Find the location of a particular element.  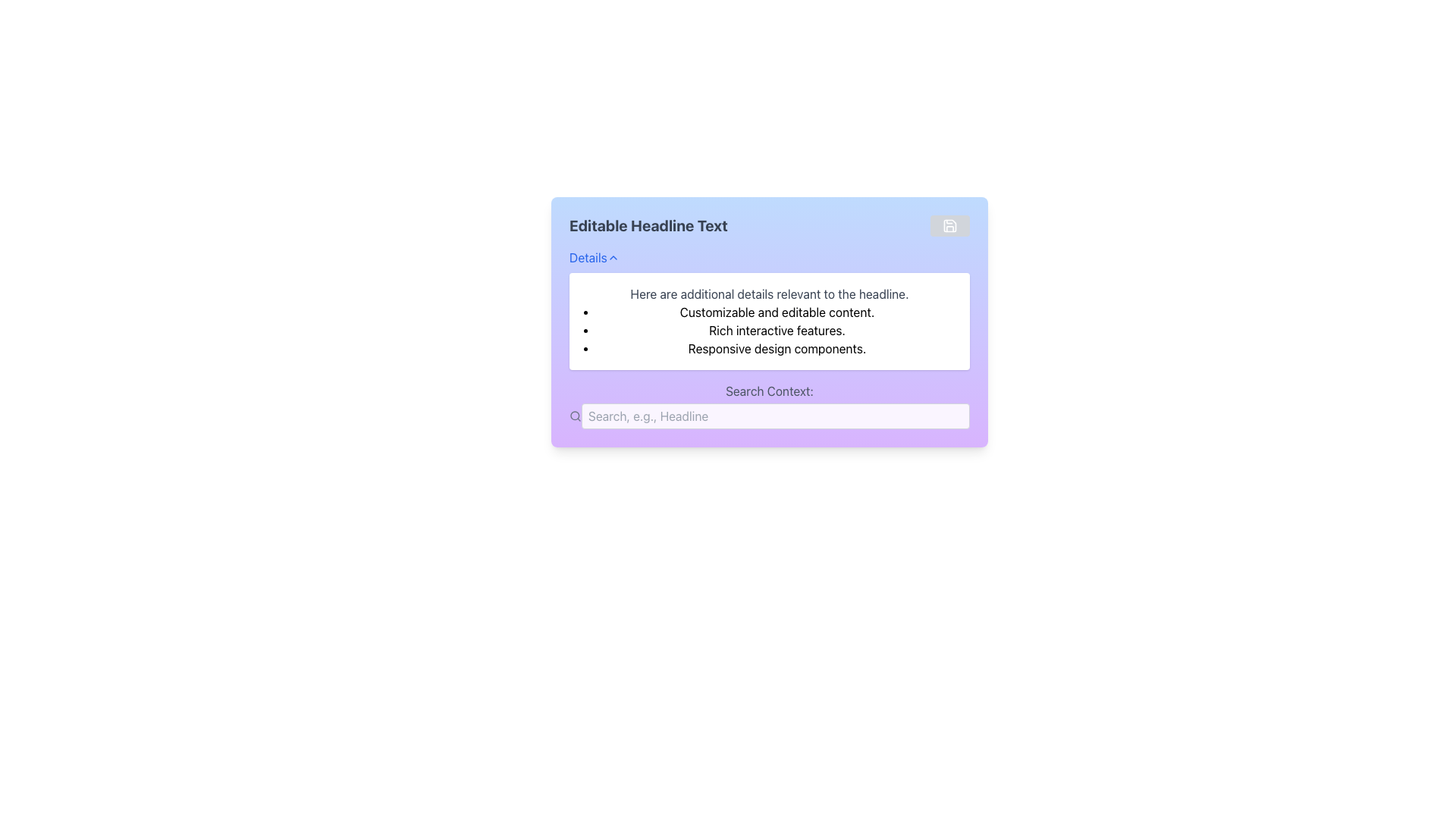

the static text element that is the third item in a bulleted list, located below 'Rich interactive features.' is located at coordinates (777, 348).